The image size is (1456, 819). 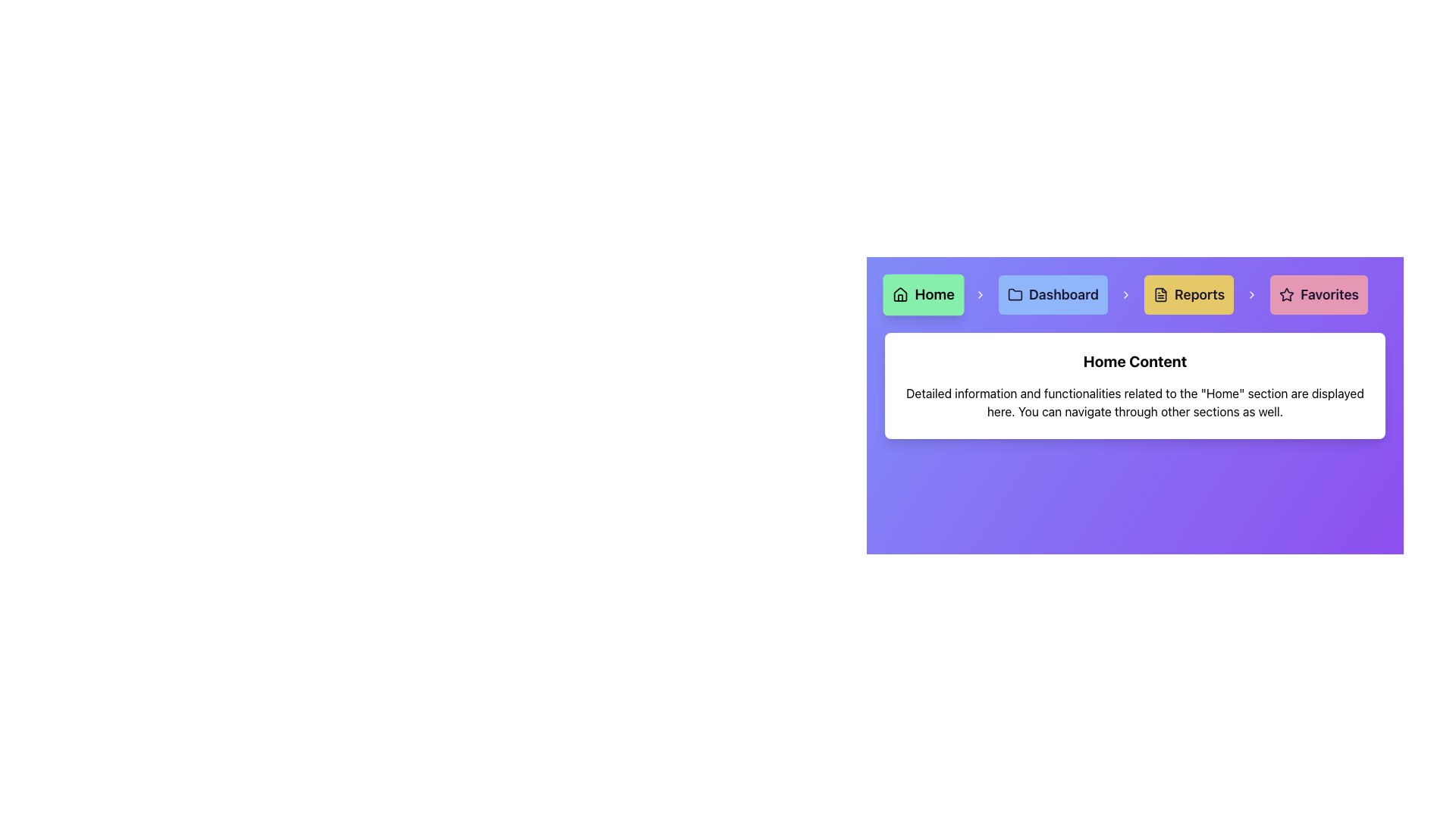 What do you see at coordinates (1286, 295) in the screenshot?
I see `the 'Favorites' button which contains the Decorative Icon represented by a star icon with a bold outline, located at the top-right corner of the navigation bar` at bounding box center [1286, 295].